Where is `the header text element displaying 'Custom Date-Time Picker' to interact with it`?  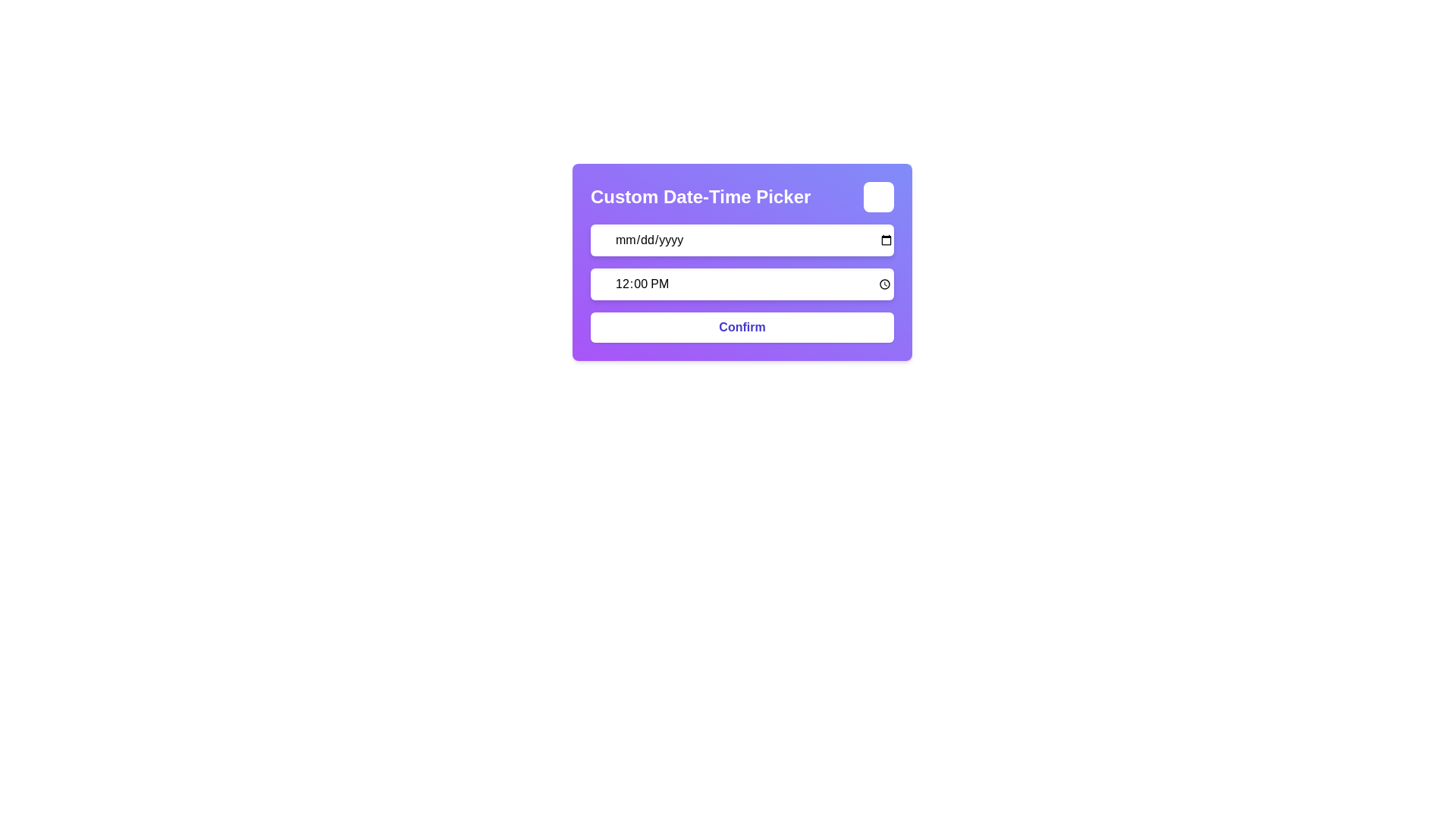 the header text element displaying 'Custom Date-Time Picker' to interact with it is located at coordinates (742, 196).